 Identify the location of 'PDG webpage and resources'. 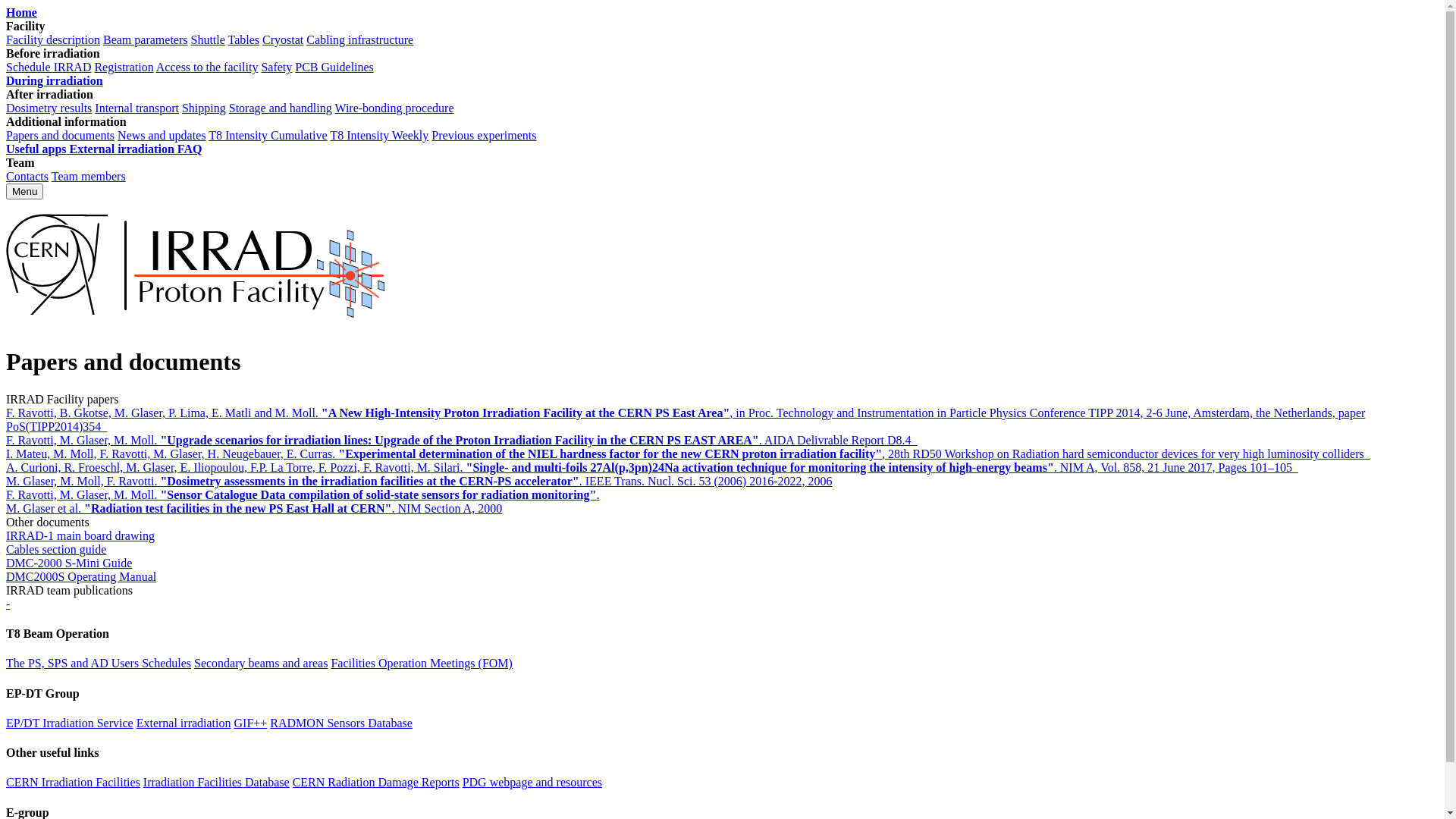
(461, 782).